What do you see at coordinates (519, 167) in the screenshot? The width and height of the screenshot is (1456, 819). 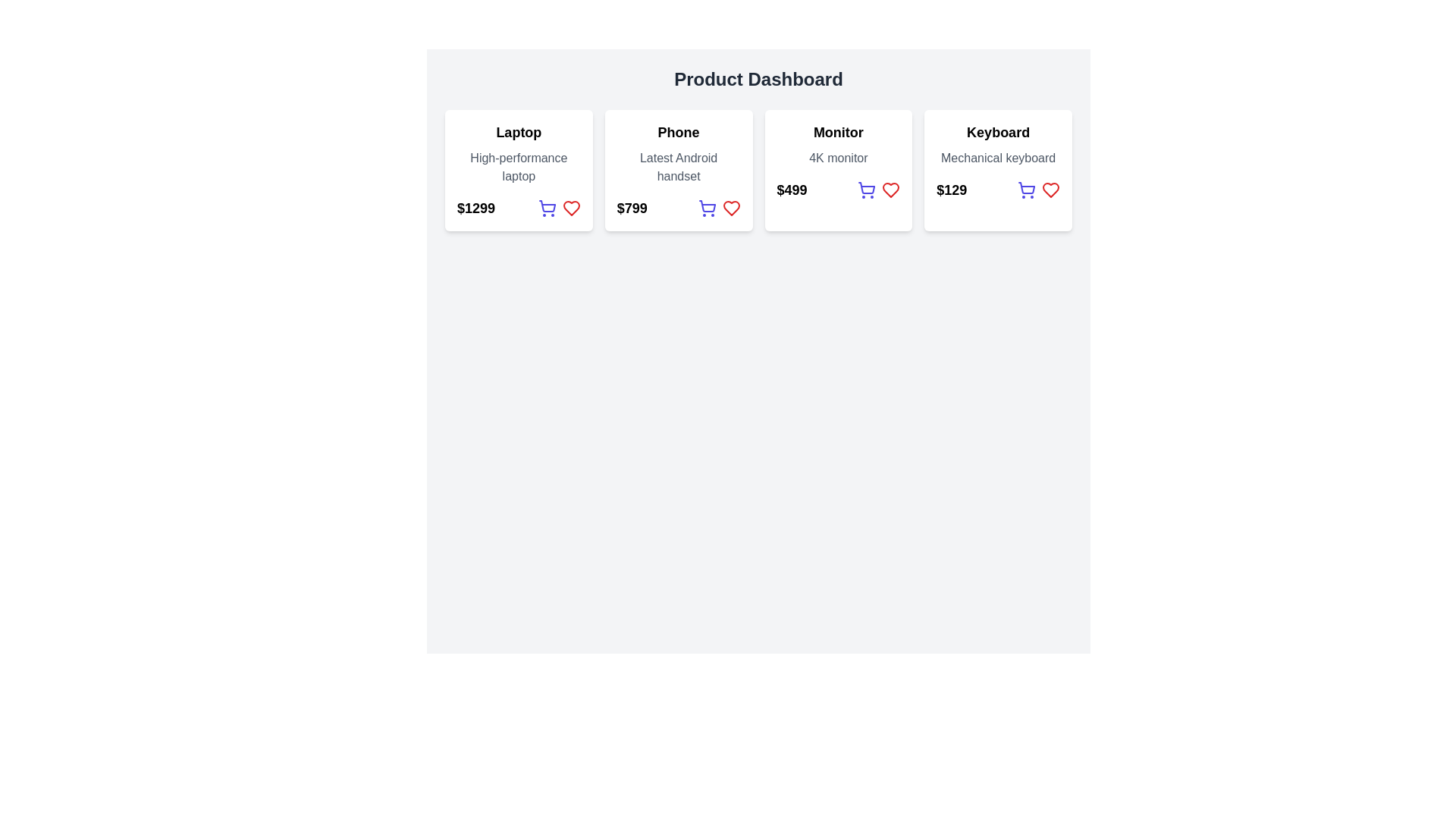 I see `the text label displaying 'High-performance laptop', which is styled in gray and located below the bold 'Laptop' text in the card interface` at bounding box center [519, 167].